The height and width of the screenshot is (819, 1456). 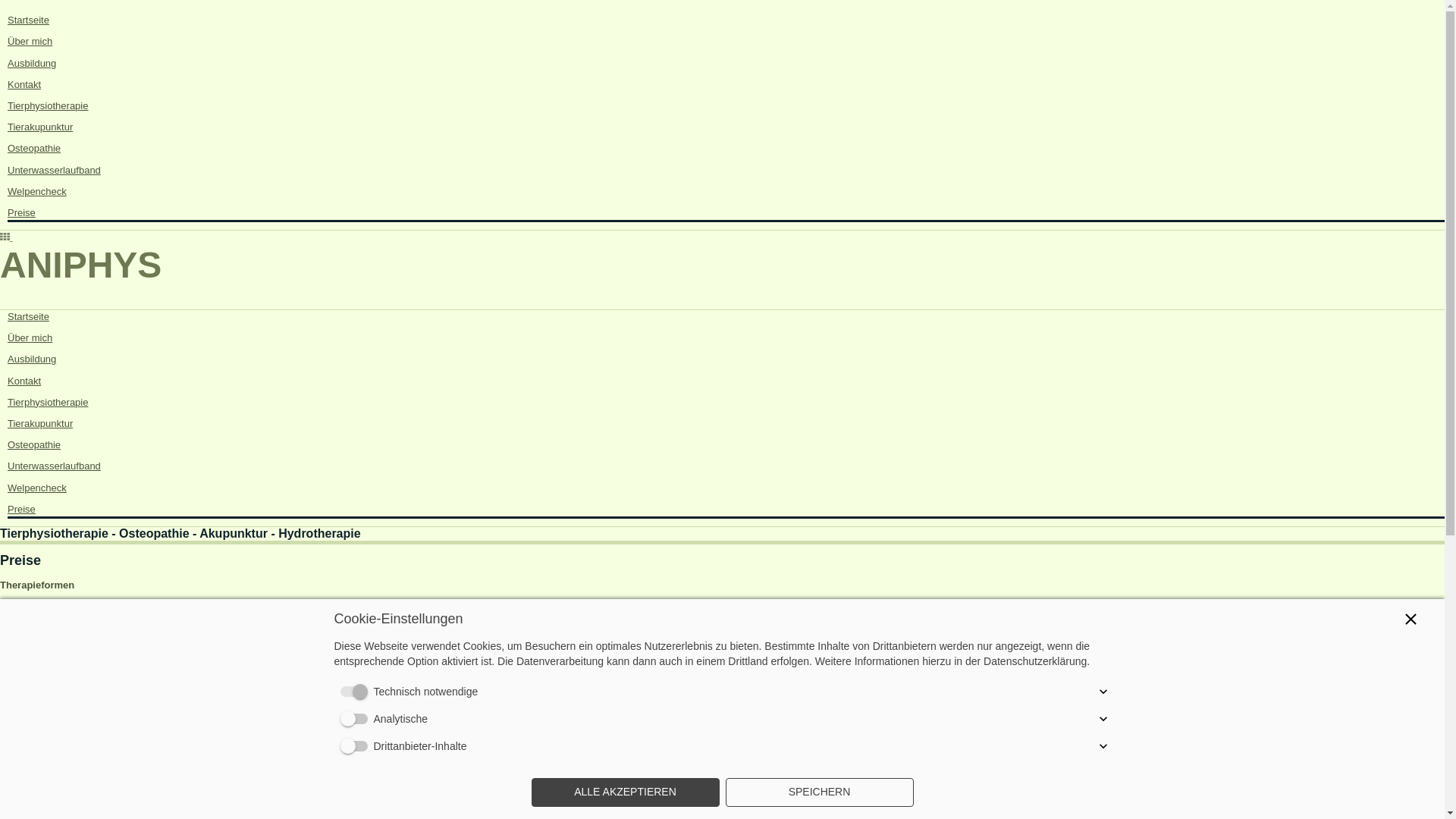 What do you see at coordinates (24, 84) in the screenshot?
I see `'Kontakt'` at bounding box center [24, 84].